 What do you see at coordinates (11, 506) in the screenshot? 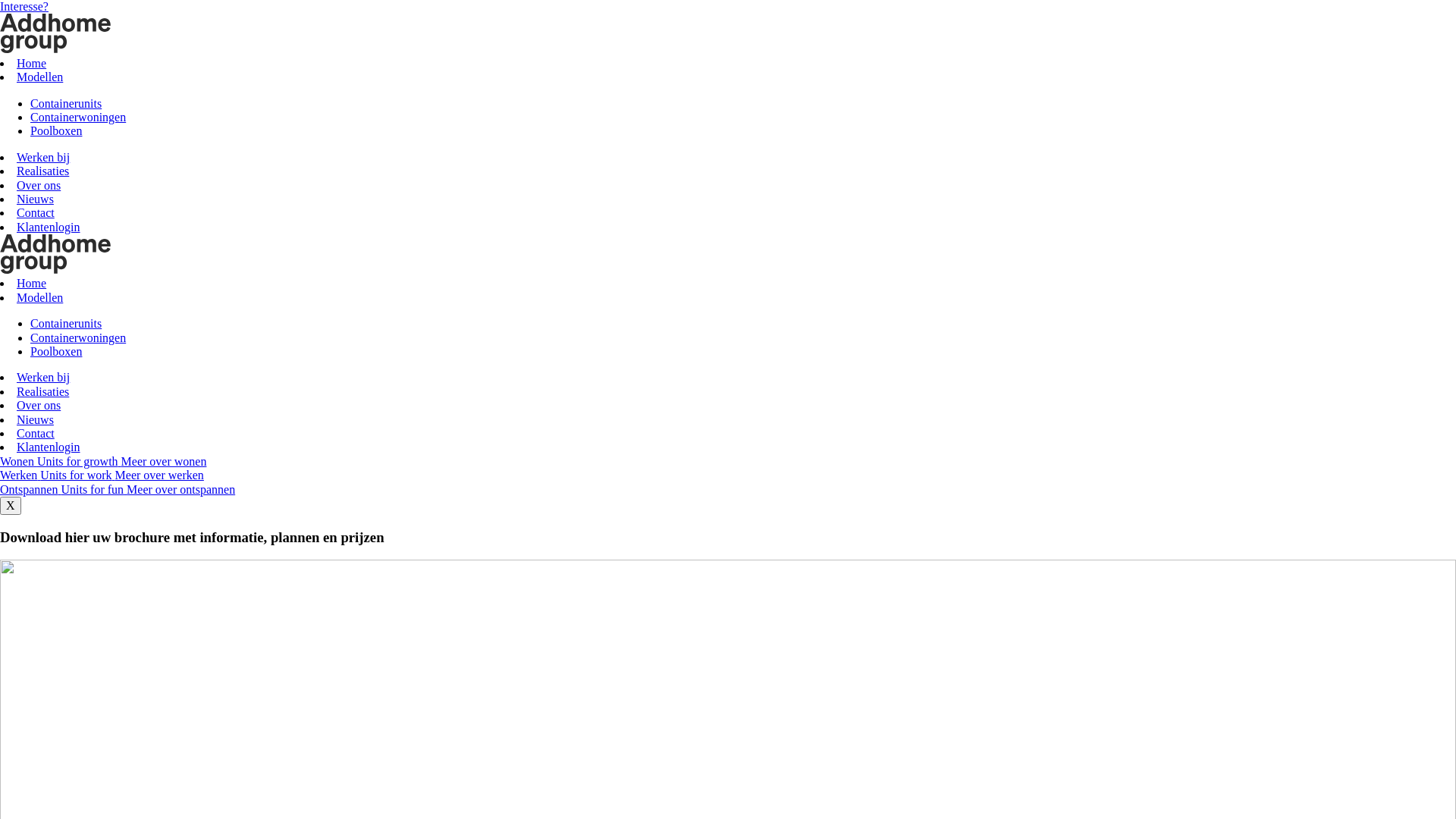
I see `'X'` at bounding box center [11, 506].